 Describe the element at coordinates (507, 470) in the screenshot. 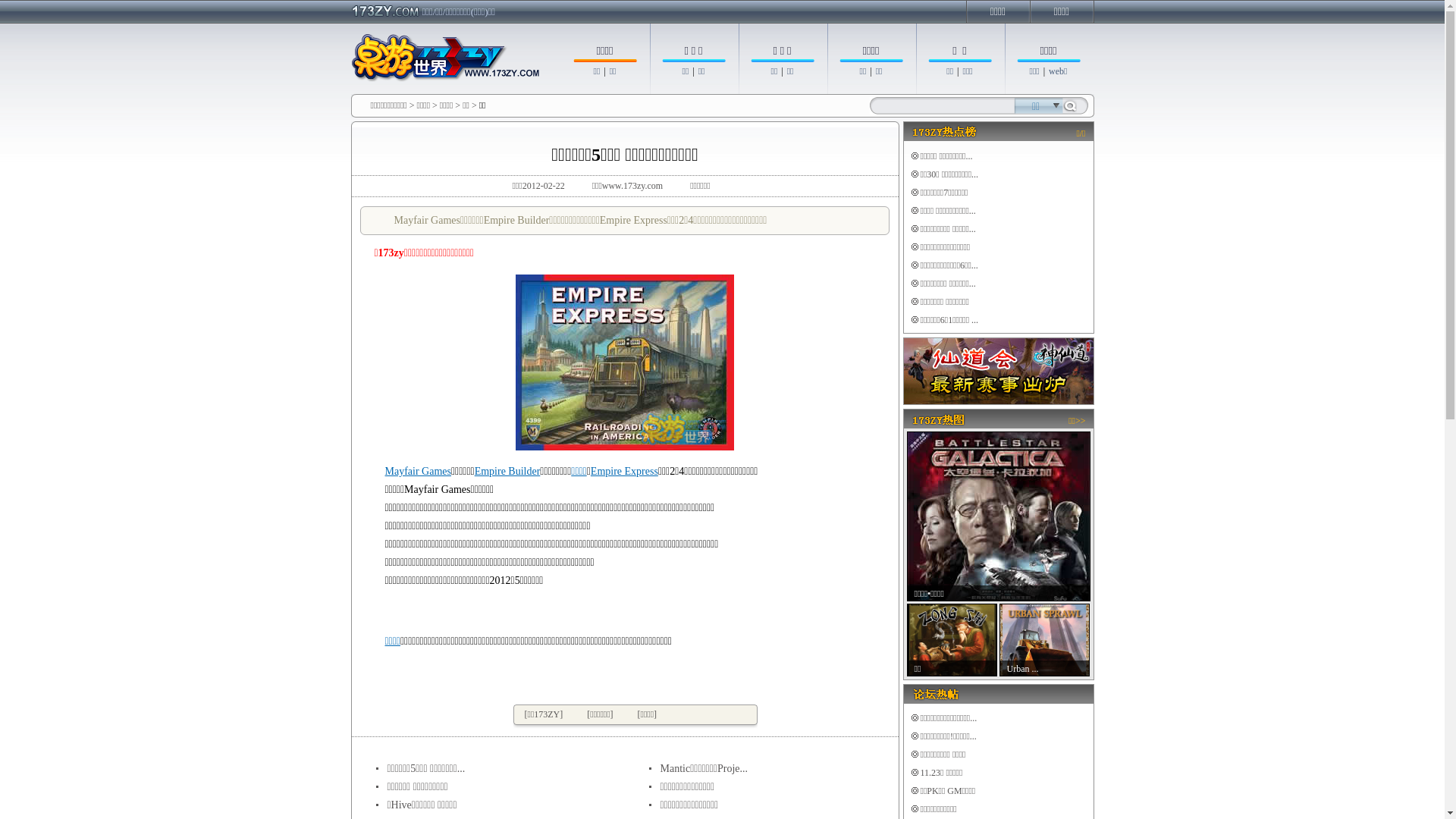

I see `'Empire Builder'` at that location.